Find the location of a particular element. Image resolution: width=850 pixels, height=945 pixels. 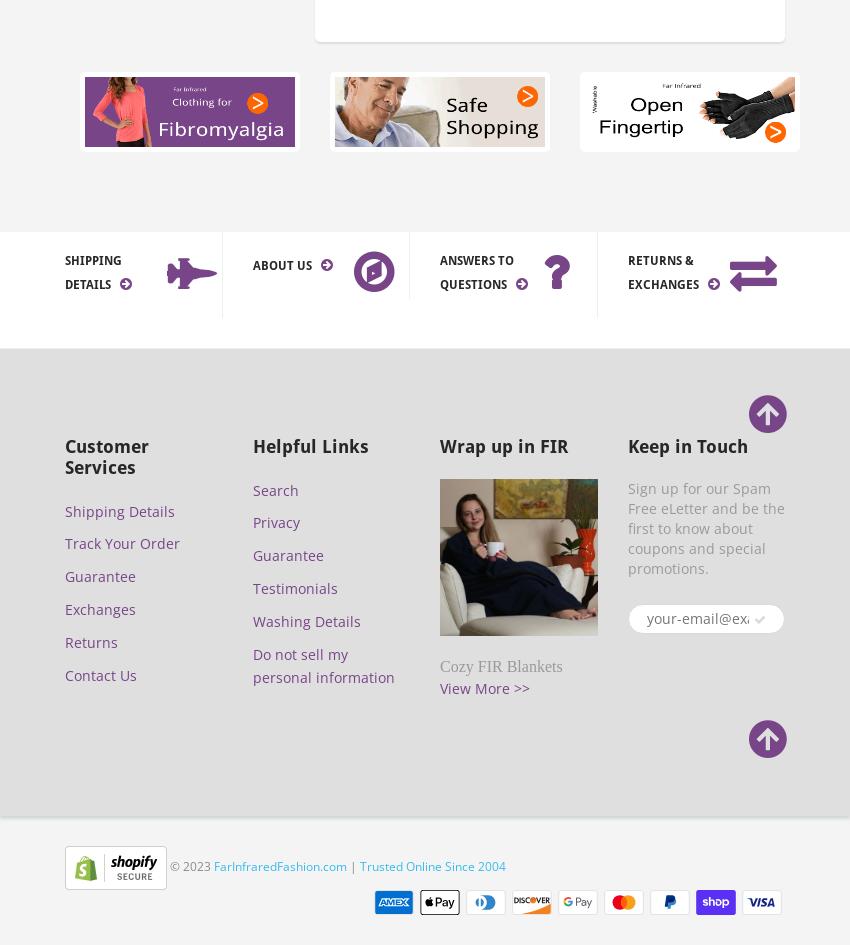

'Trusted Online Since 2004' is located at coordinates (431, 866).